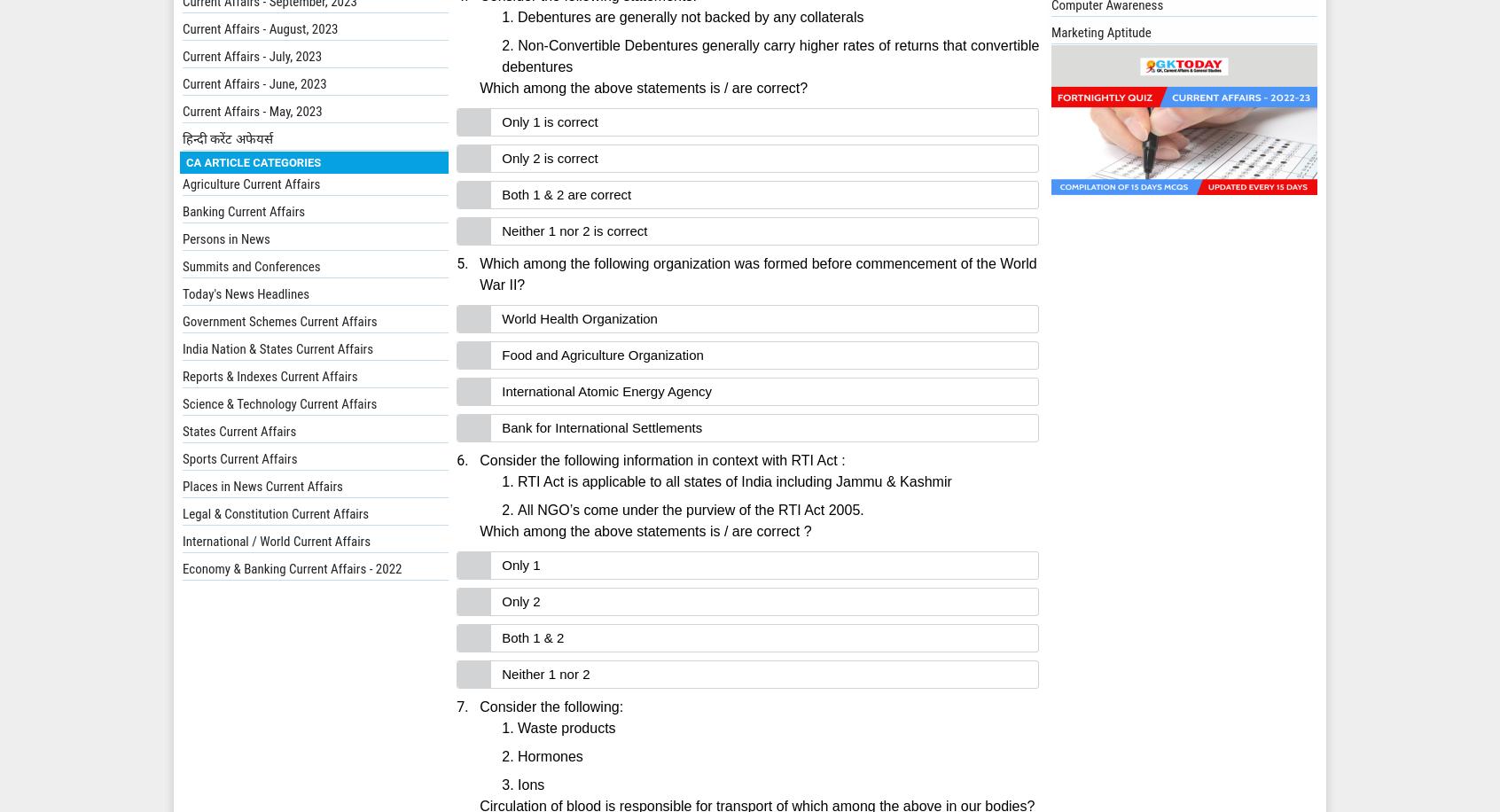 This screenshot has height=812, width=1500. Describe the element at coordinates (252, 160) in the screenshot. I see `'CA Article Categories'` at that location.